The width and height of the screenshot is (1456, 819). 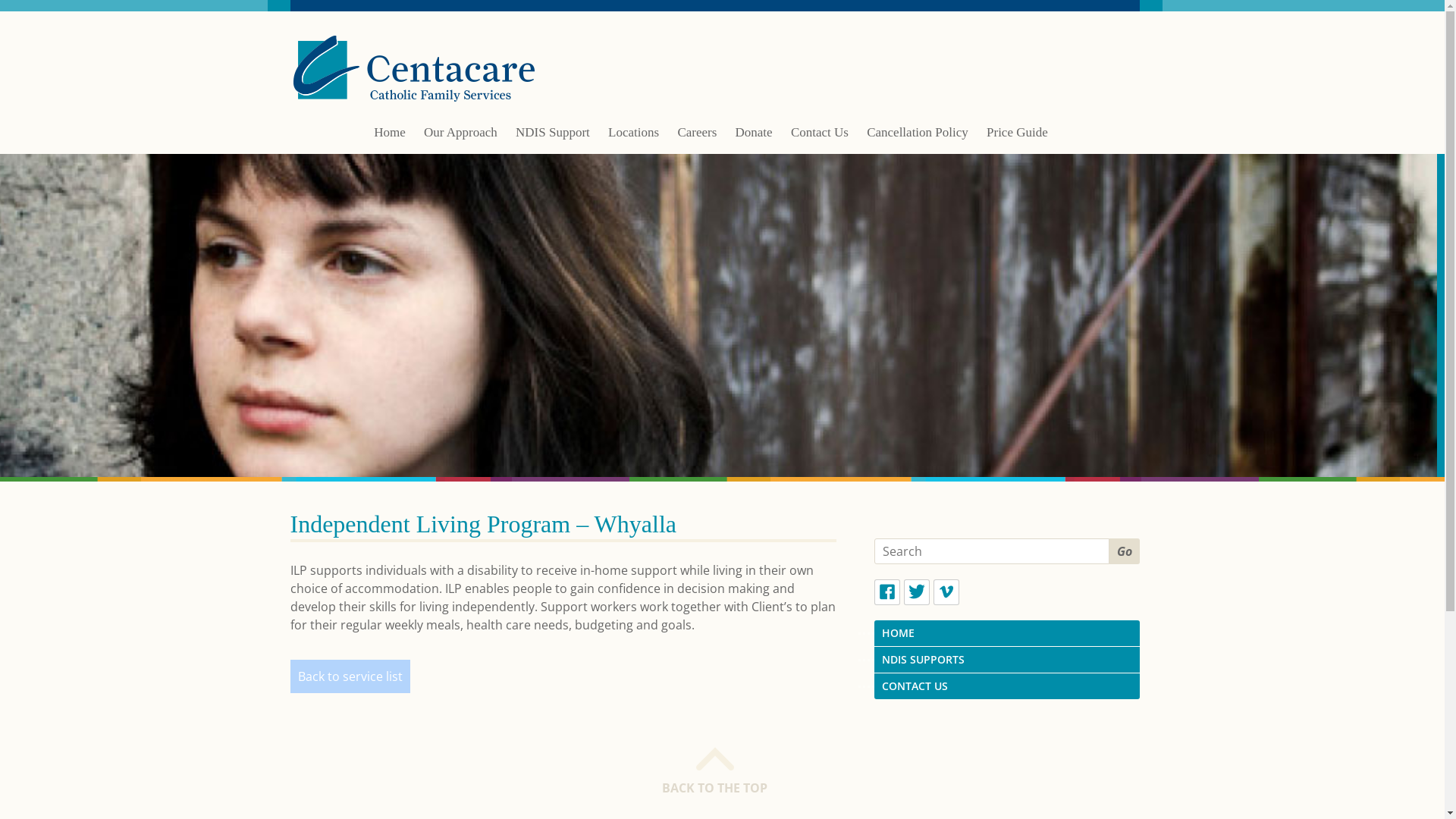 What do you see at coordinates (633, 140) in the screenshot?
I see `'Locations'` at bounding box center [633, 140].